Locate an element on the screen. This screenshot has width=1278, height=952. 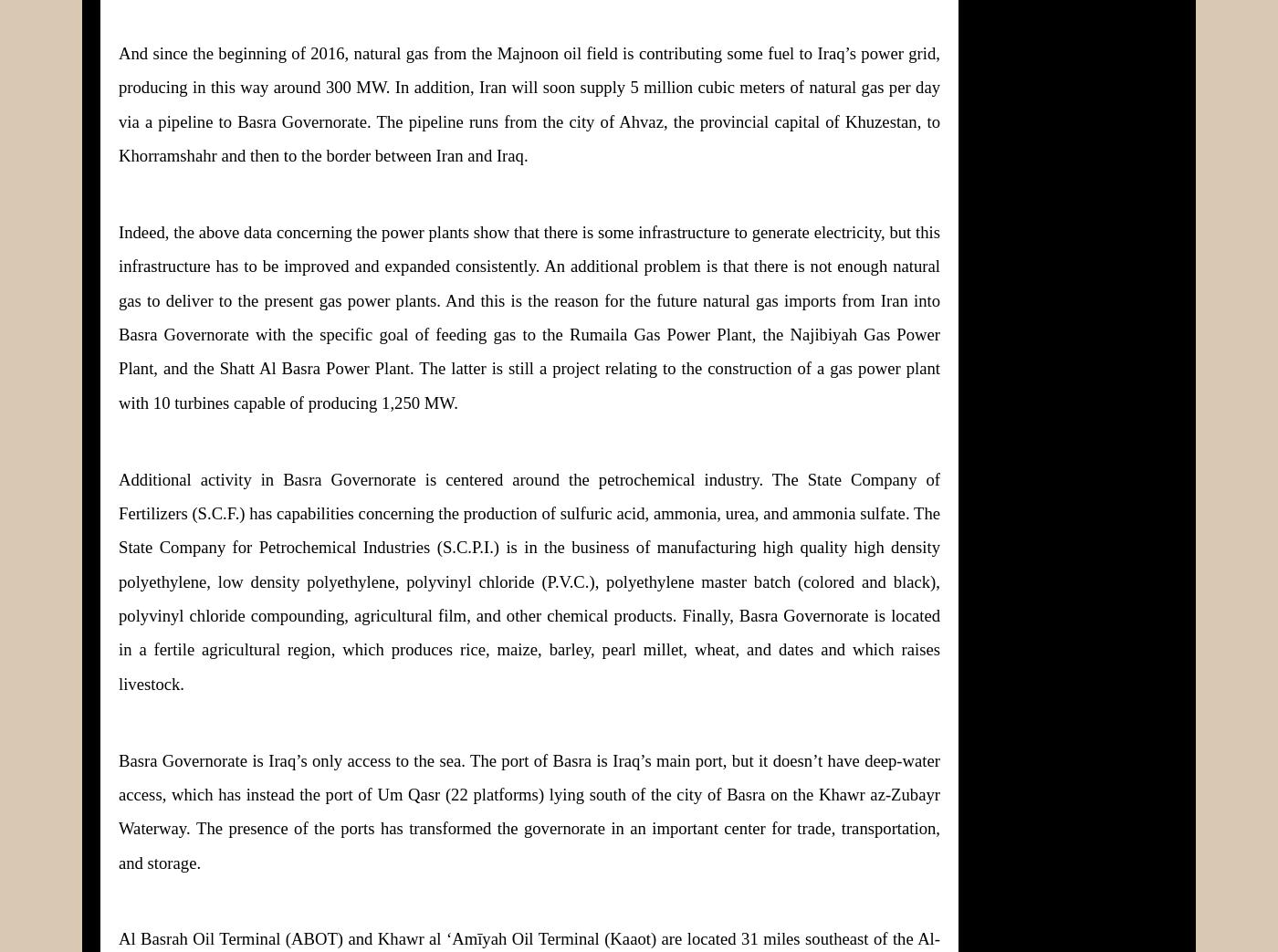
'Al Basrah Oil Terminal (ABOT) and Khawr al ‘Amīyah Oil Terminal (Kaaot)
are located 31 miles southeast of the' is located at coordinates (119, 938).